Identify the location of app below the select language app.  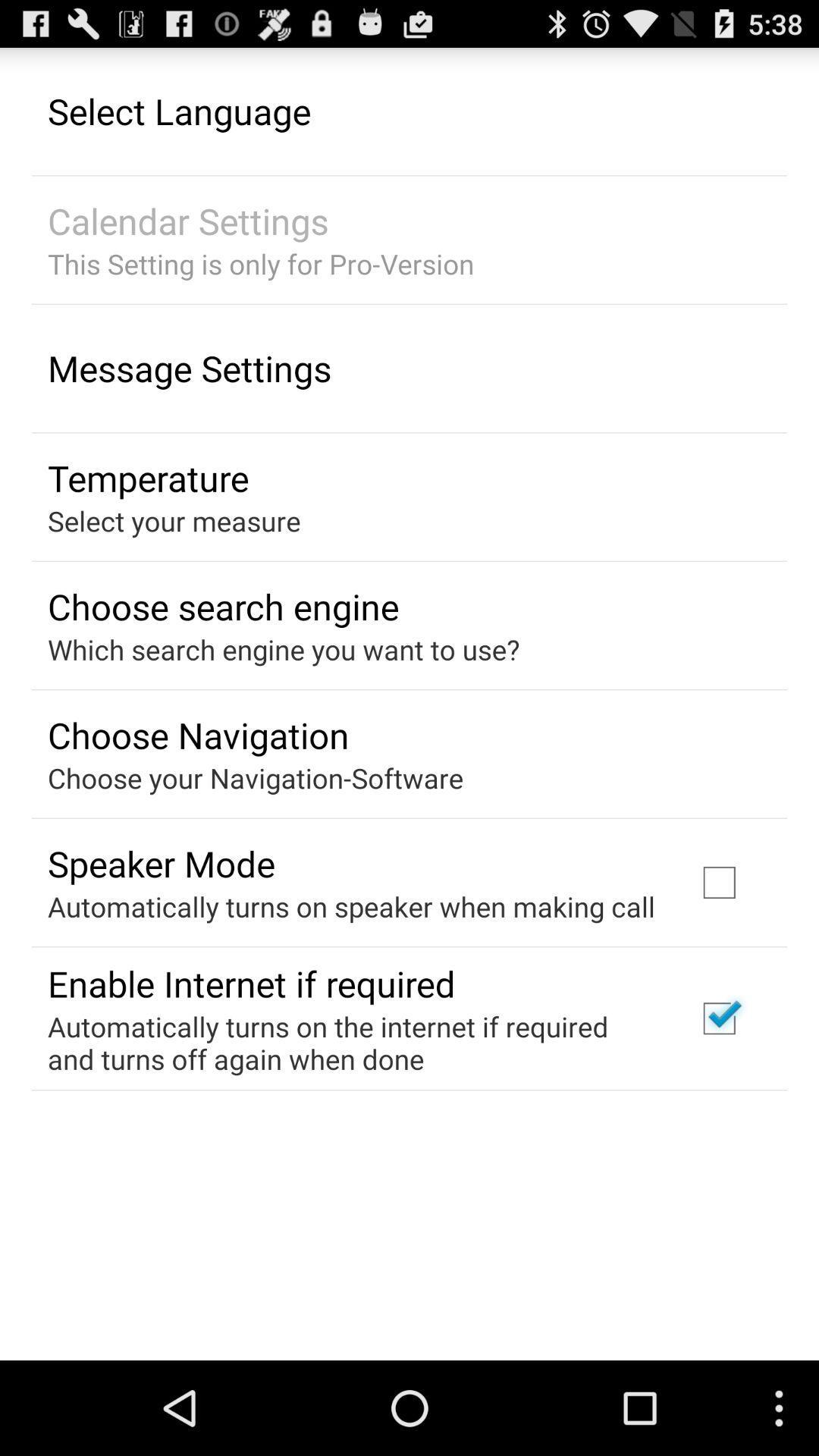
(187, 220).